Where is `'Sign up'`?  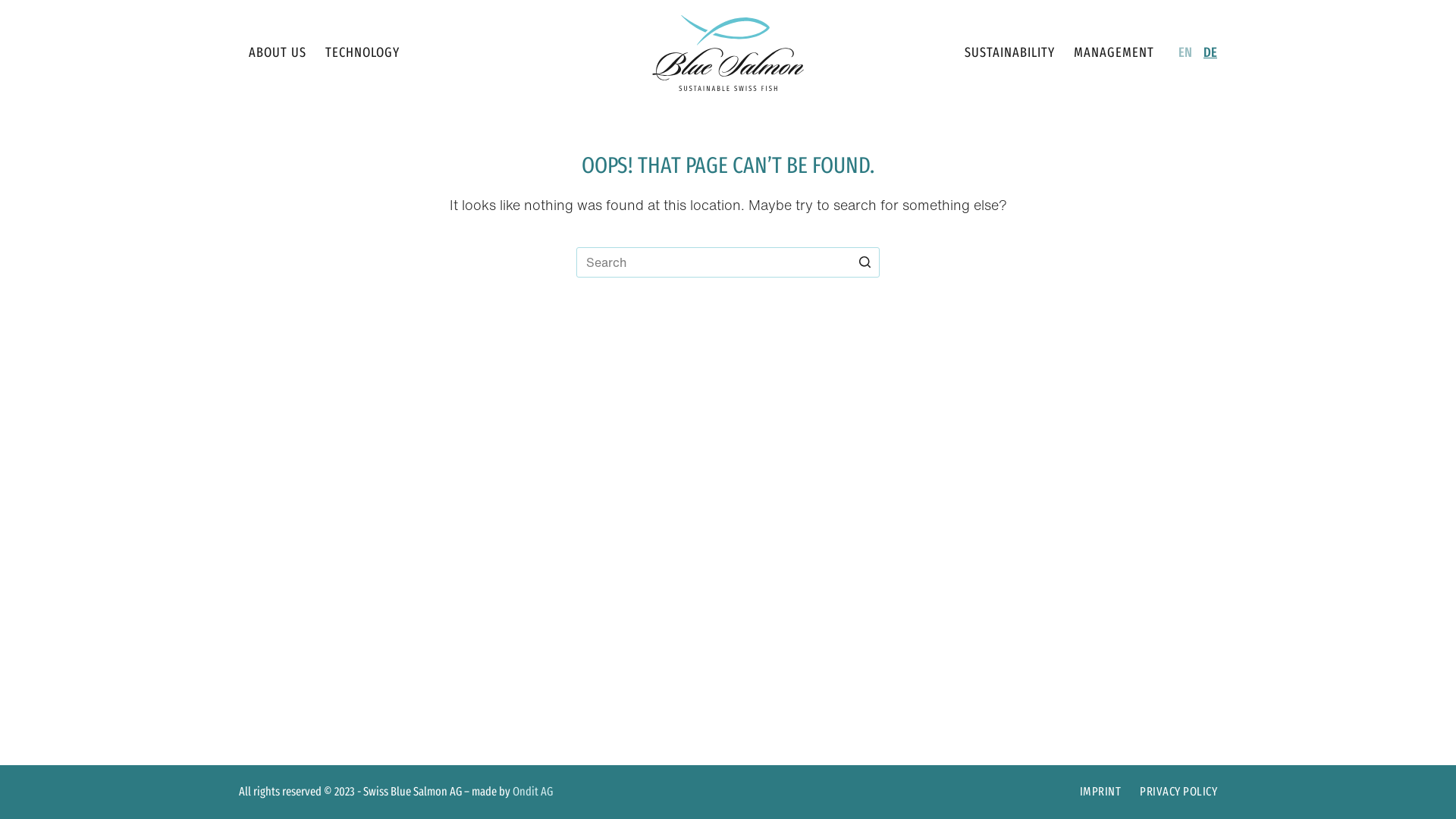 'Sign up' is located at coordinates (728, 510).